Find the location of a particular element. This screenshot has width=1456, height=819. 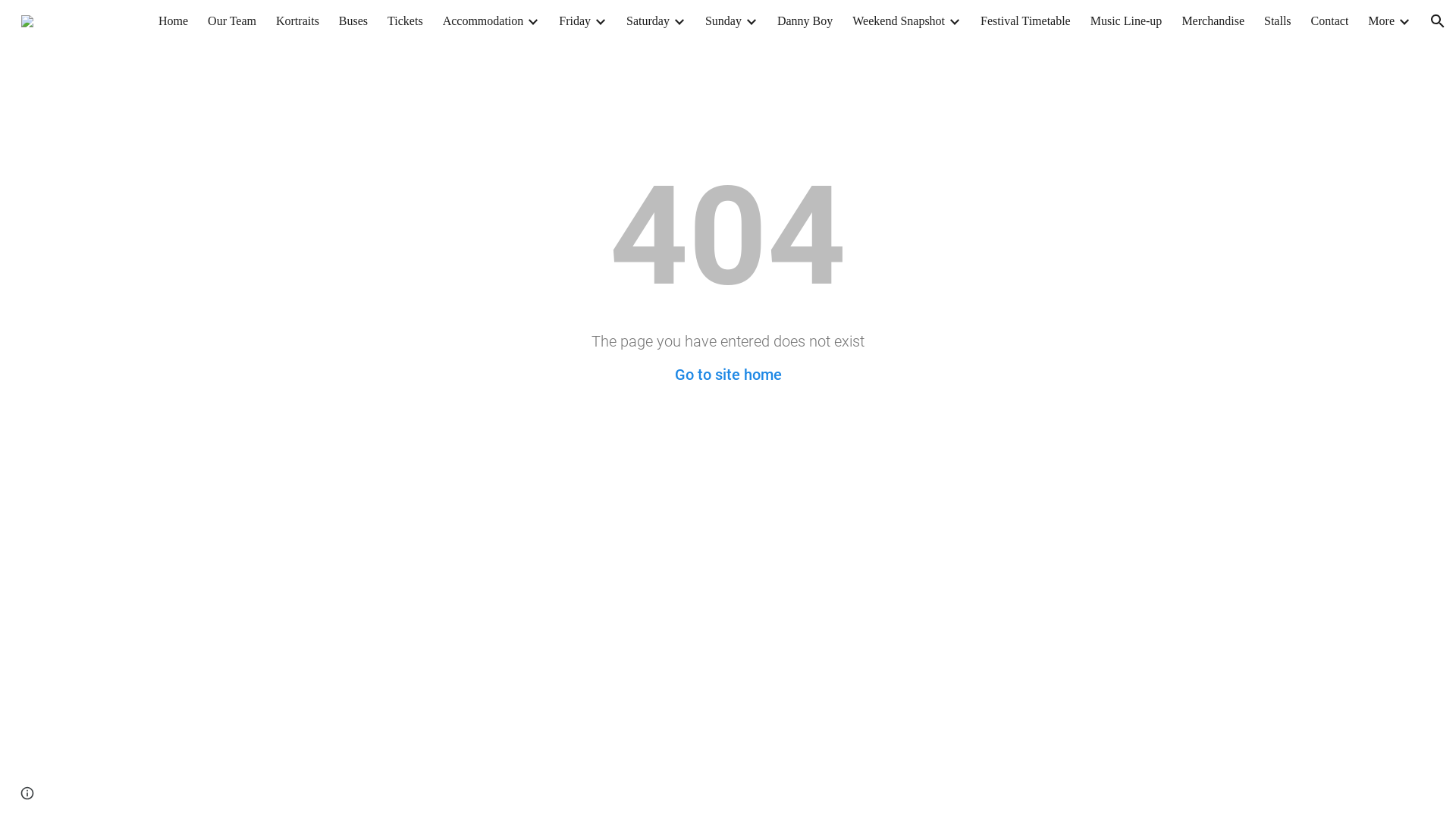

'Tickets' is located at coordinates (405, 20).